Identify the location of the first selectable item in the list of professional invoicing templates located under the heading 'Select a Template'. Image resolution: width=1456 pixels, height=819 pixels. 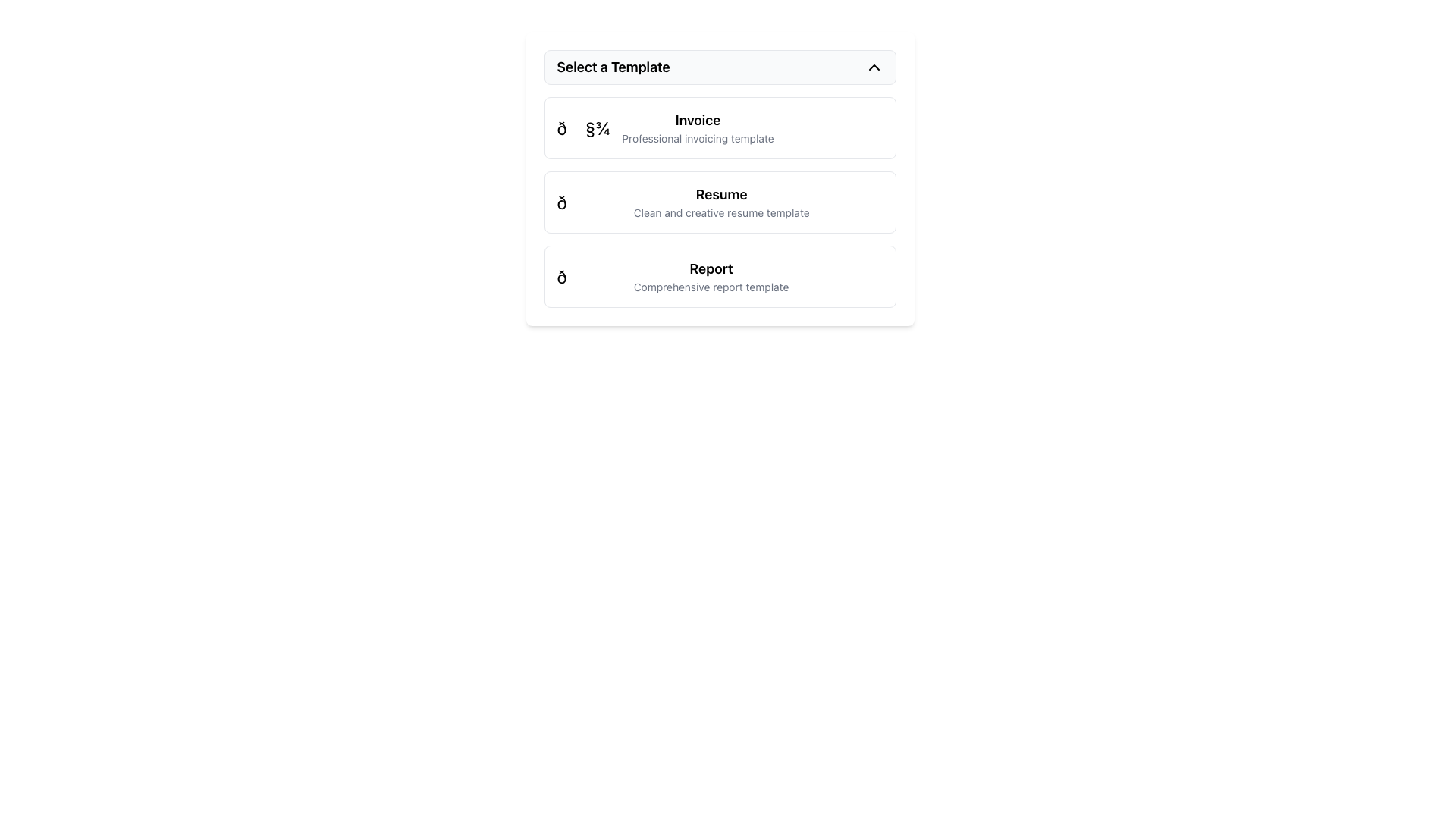
(719, 127).